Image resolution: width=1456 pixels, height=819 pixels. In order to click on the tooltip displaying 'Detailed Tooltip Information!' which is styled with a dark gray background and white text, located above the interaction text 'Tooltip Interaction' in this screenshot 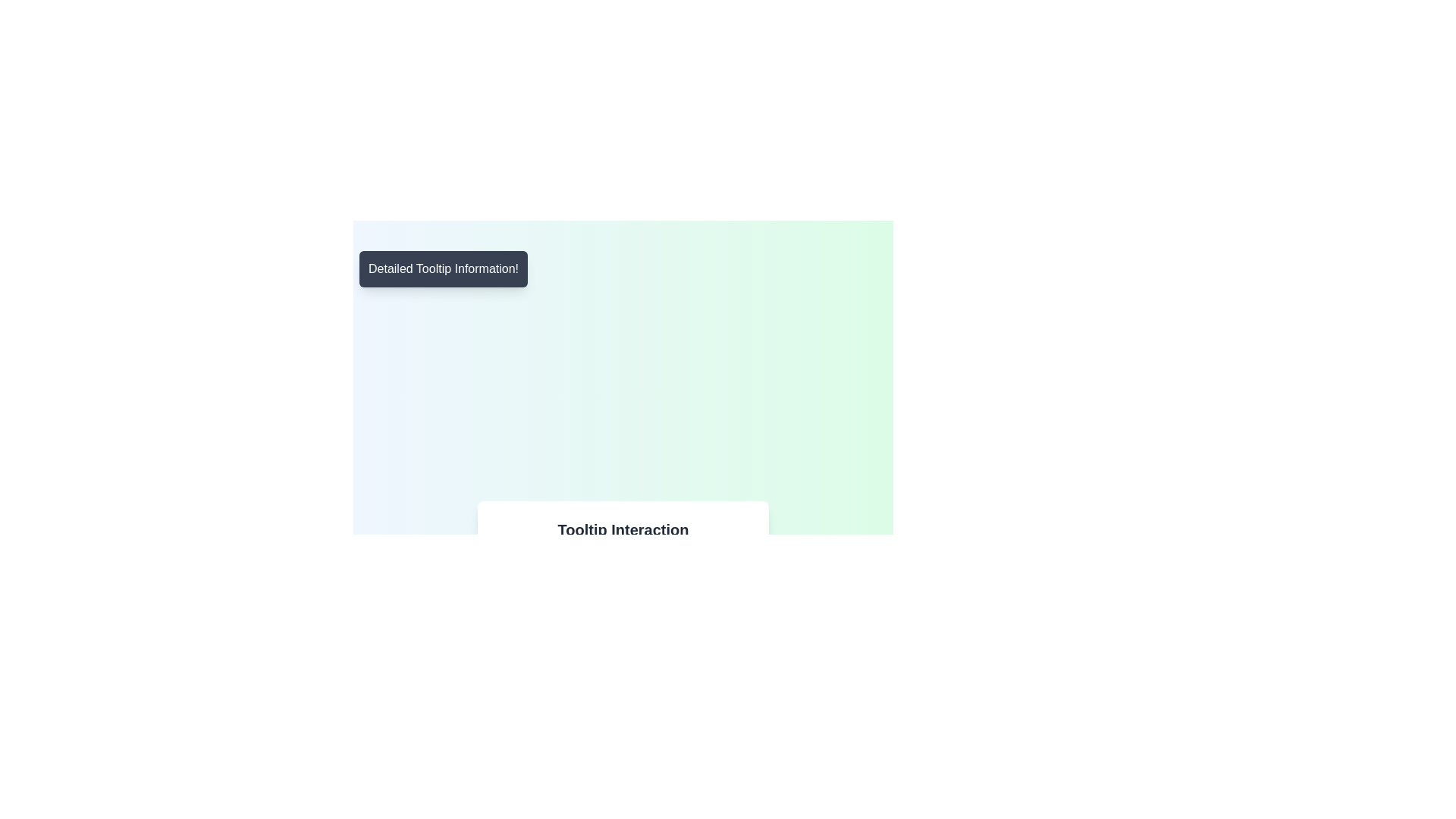, I will do `click(443, 268)`.